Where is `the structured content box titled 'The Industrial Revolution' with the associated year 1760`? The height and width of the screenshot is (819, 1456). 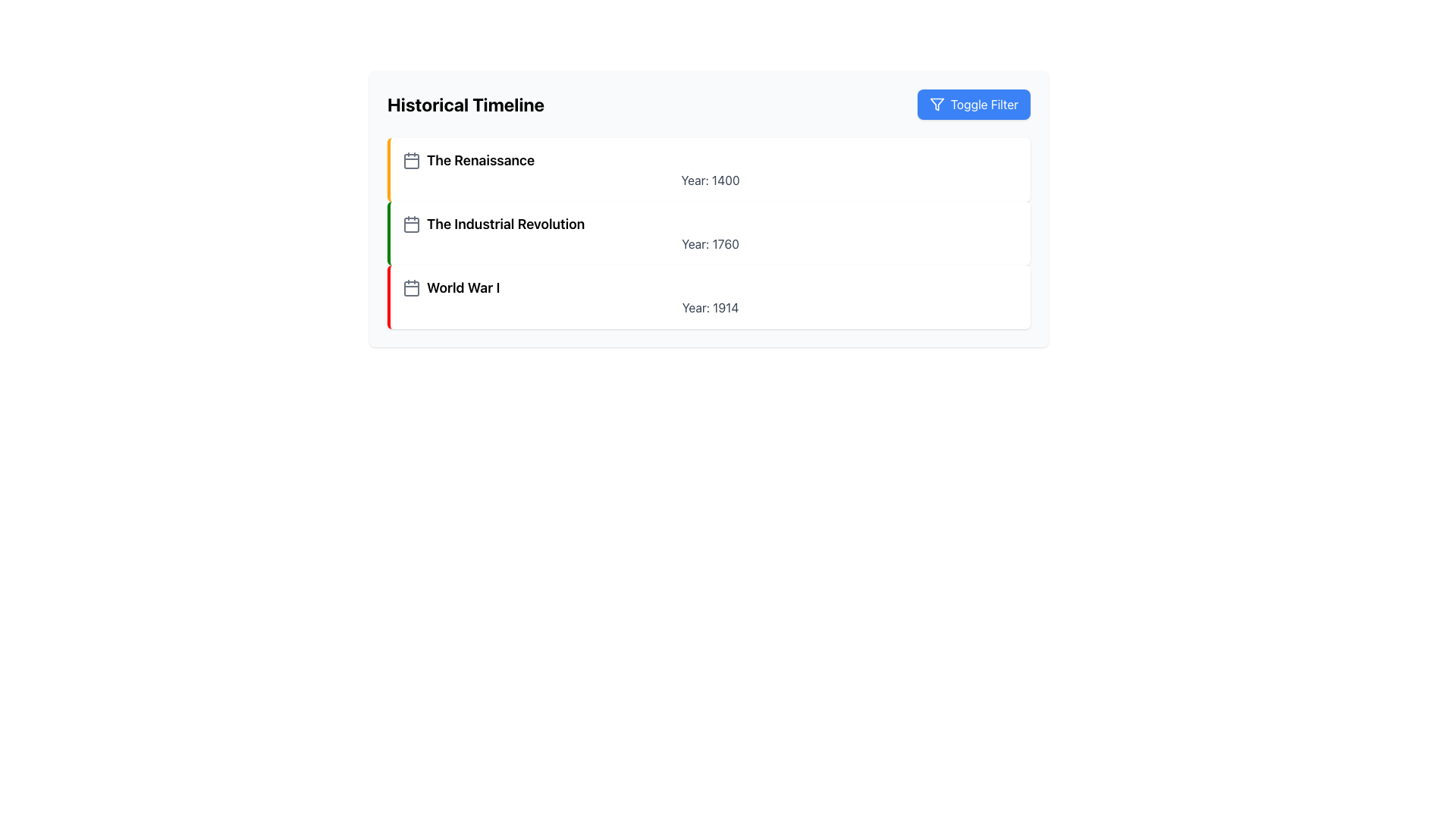
the structured content box titled 'The Industrial Revolution' with the associated year 1760 is located at coordinates (708, 209).